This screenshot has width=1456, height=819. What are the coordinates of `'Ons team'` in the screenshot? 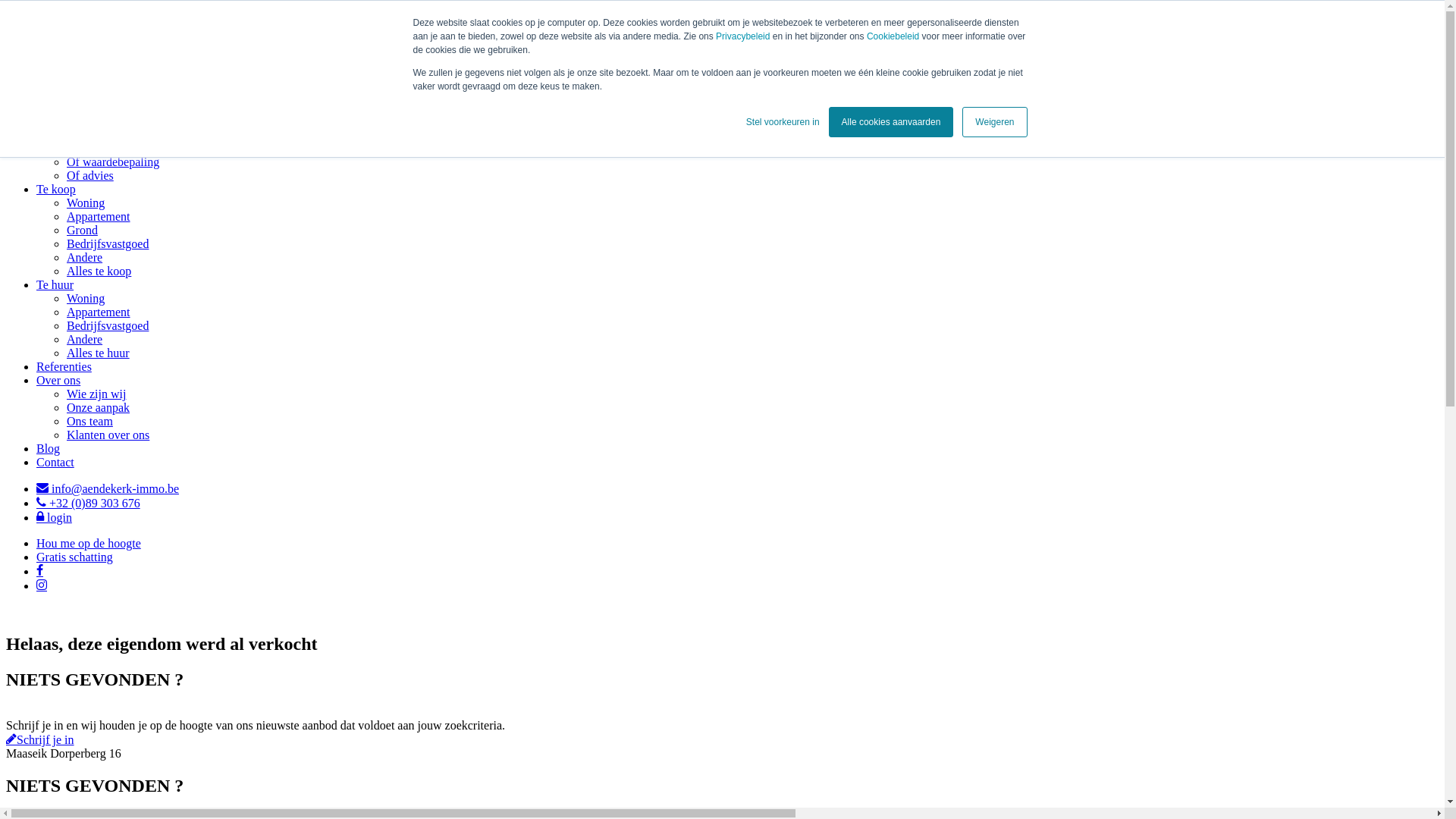 It's located at (89, 421).